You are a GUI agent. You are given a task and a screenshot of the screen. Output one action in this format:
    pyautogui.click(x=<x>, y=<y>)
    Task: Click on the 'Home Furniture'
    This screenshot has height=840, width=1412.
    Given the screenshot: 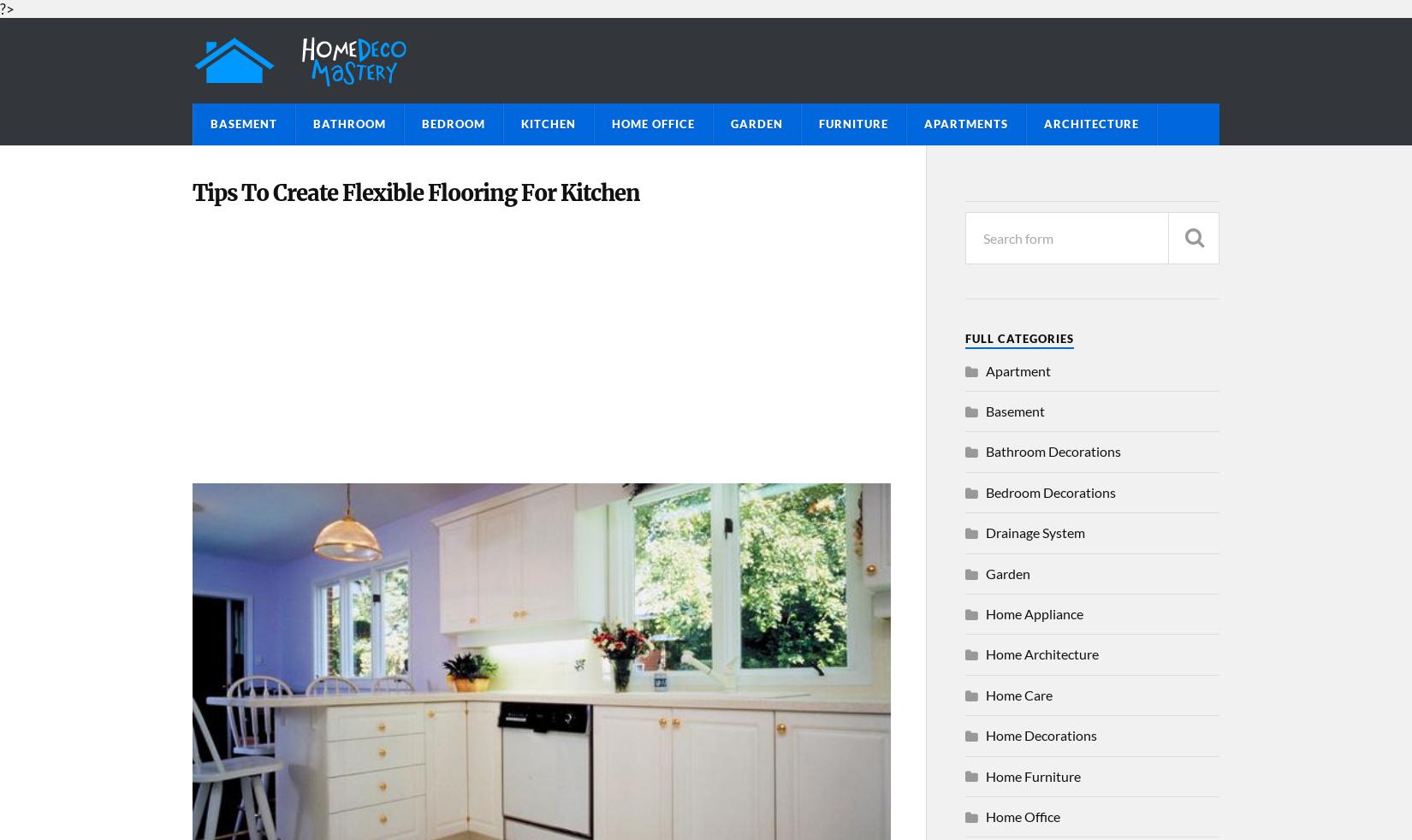 What is the action you would take?
    pyautogui.click(x=1033, y=775)
    